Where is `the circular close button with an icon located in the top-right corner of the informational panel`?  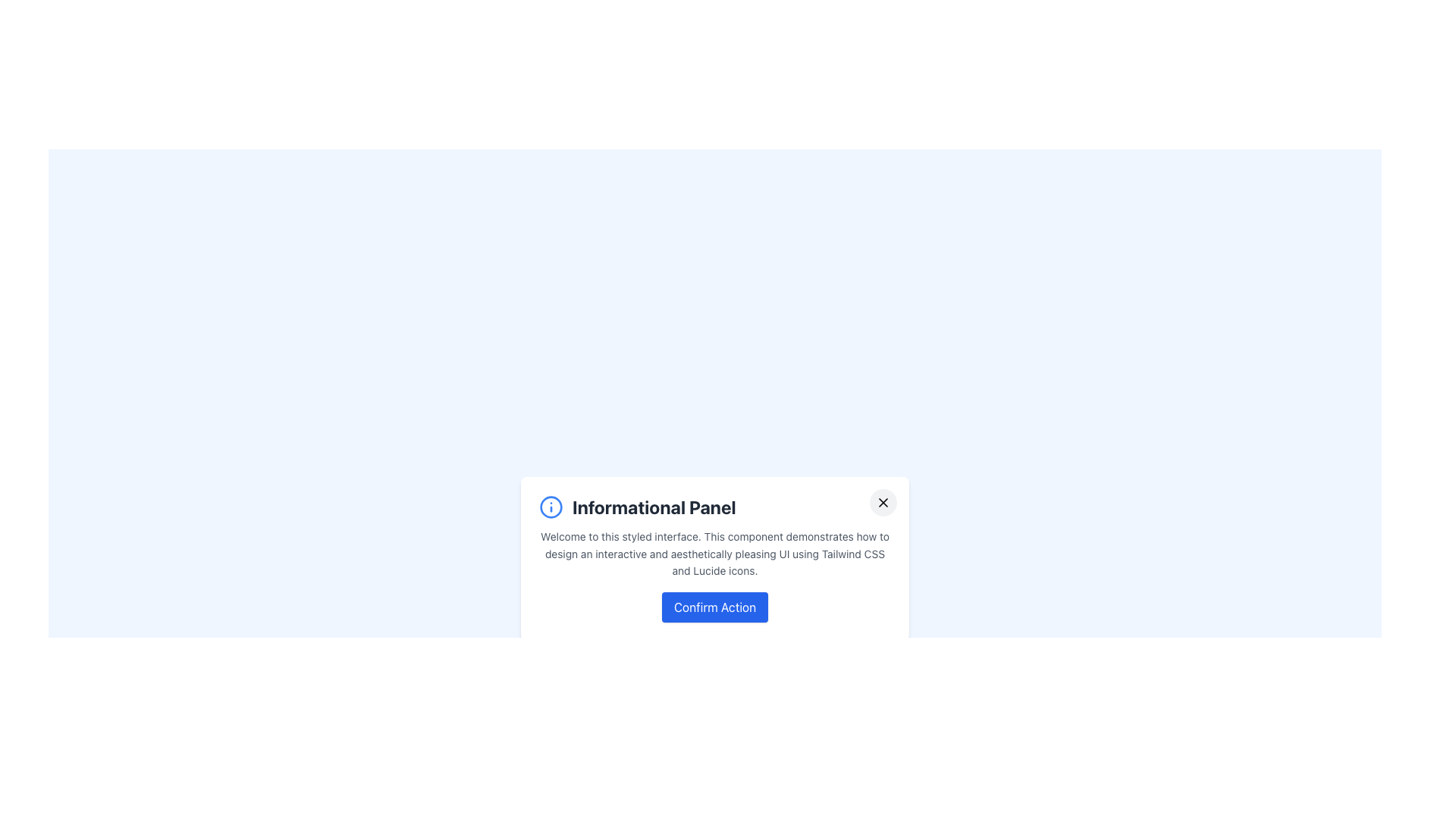
the circular close button with an icon located in the top-right corner of the informational panel is located at coordinates (883, 502).